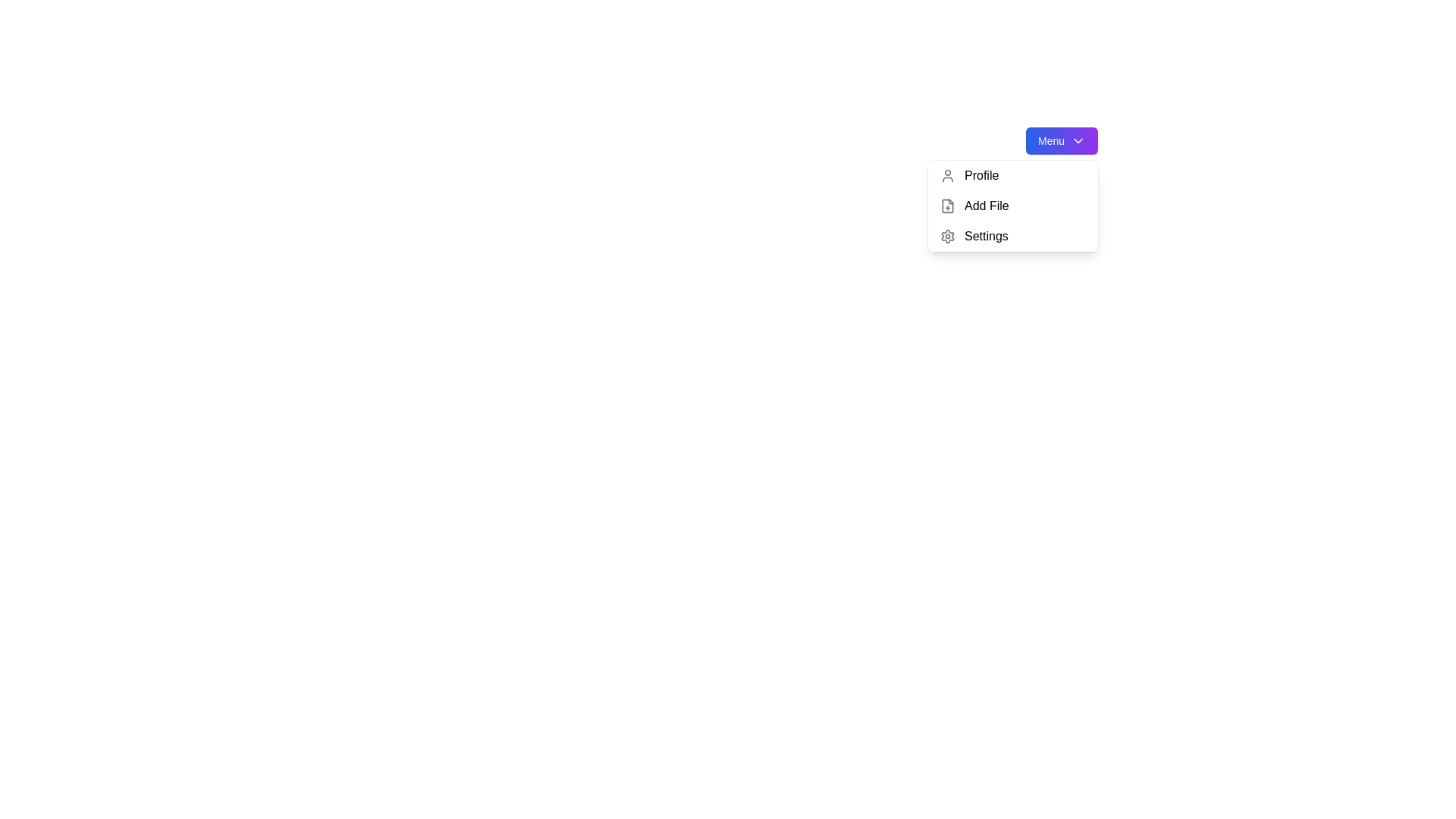 Image resolution: width=1456 pixels, height=819 pixels. What do you see at coordinates (1012, 174) in the screenshot?
I see `the 'Profile' menu item` at bounding box center [1012, 174].